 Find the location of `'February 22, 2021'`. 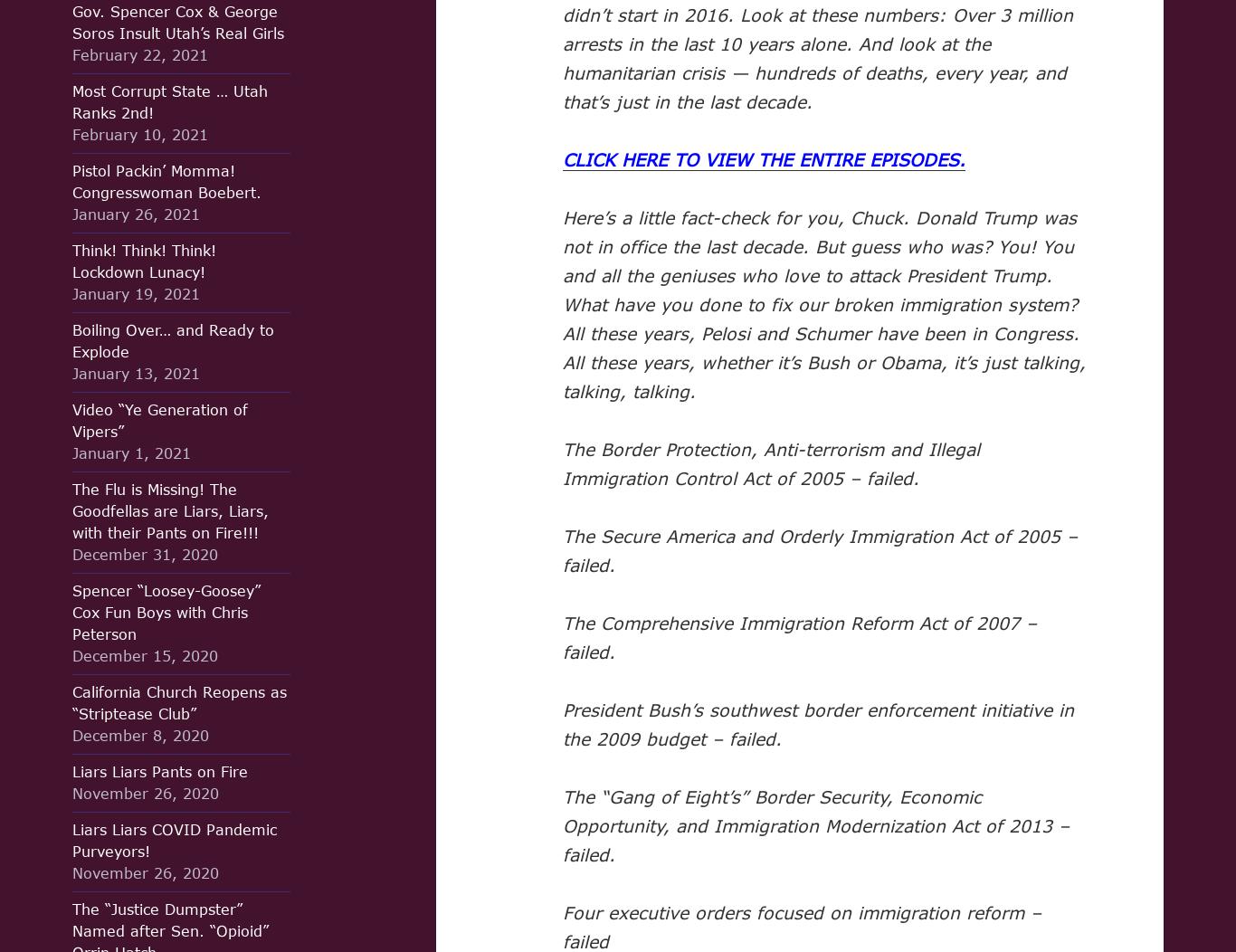

'February 22, 2021' is located at coordinates (139, 53).